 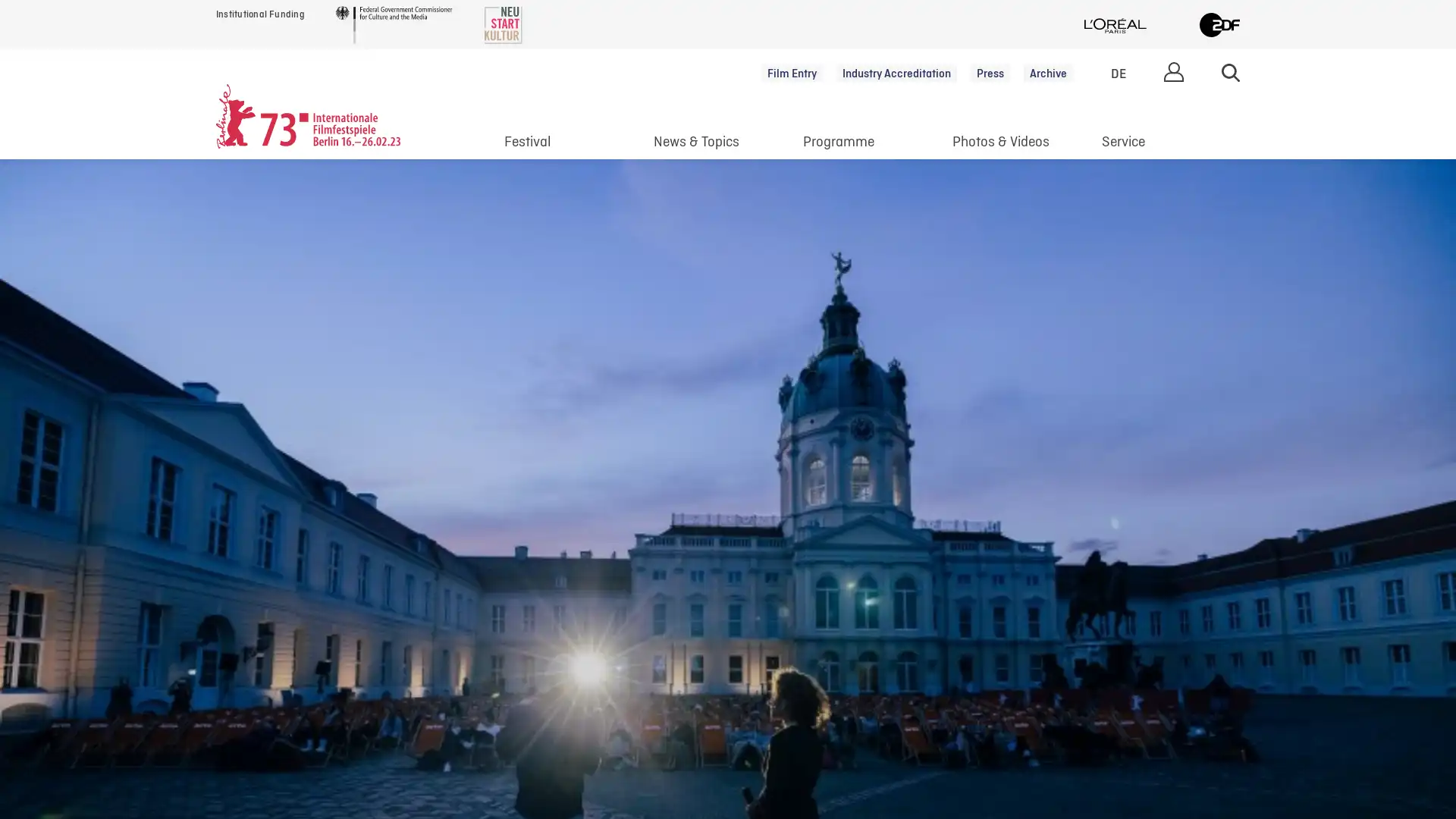 I want to click on Submit, so click(x=1230, y=72).